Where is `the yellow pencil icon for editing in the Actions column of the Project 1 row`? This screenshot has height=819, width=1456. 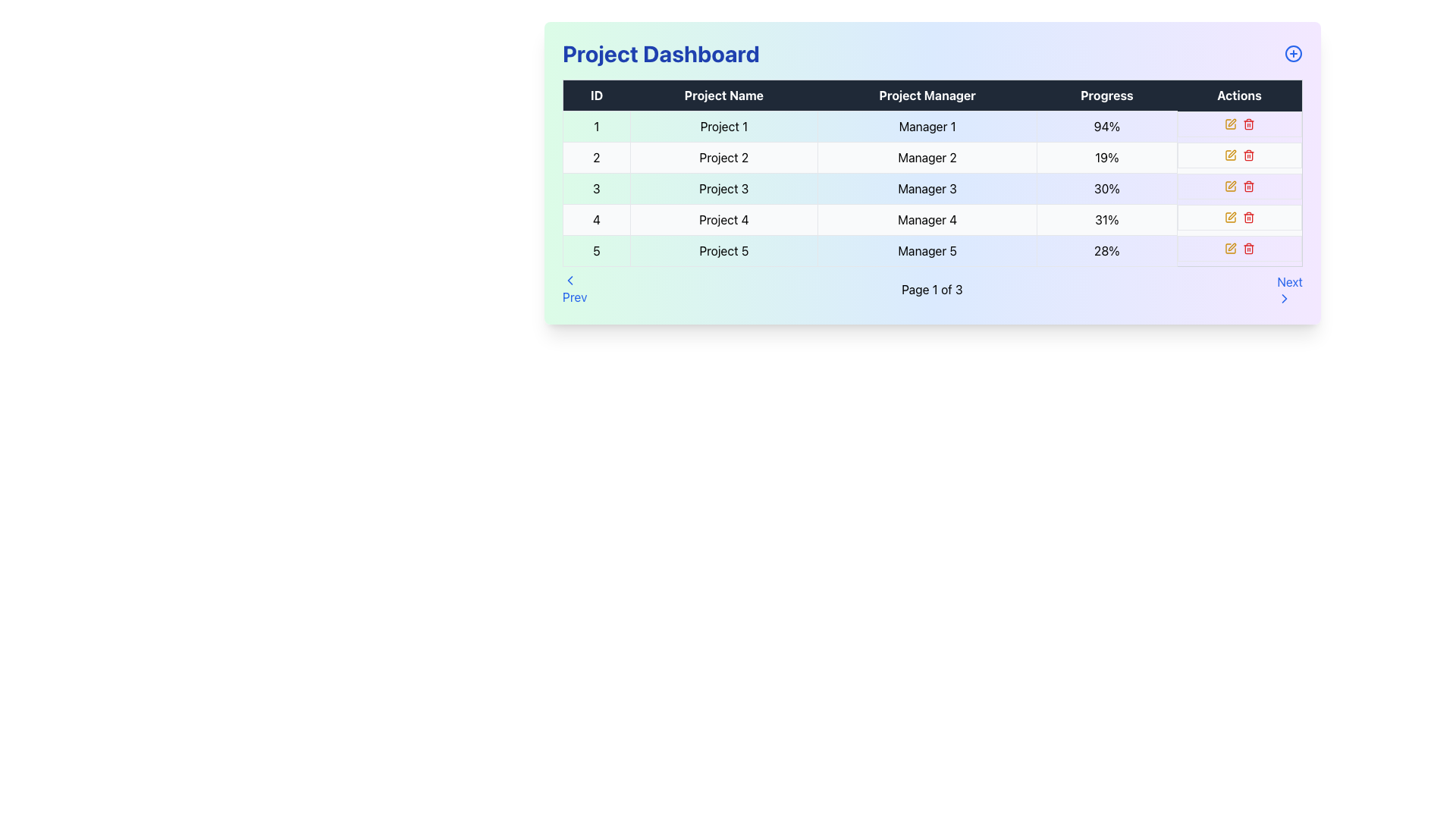
the yellow pencil icon for editing in the Actions column of the Project 1 row is located at coordinates (1239, 123).